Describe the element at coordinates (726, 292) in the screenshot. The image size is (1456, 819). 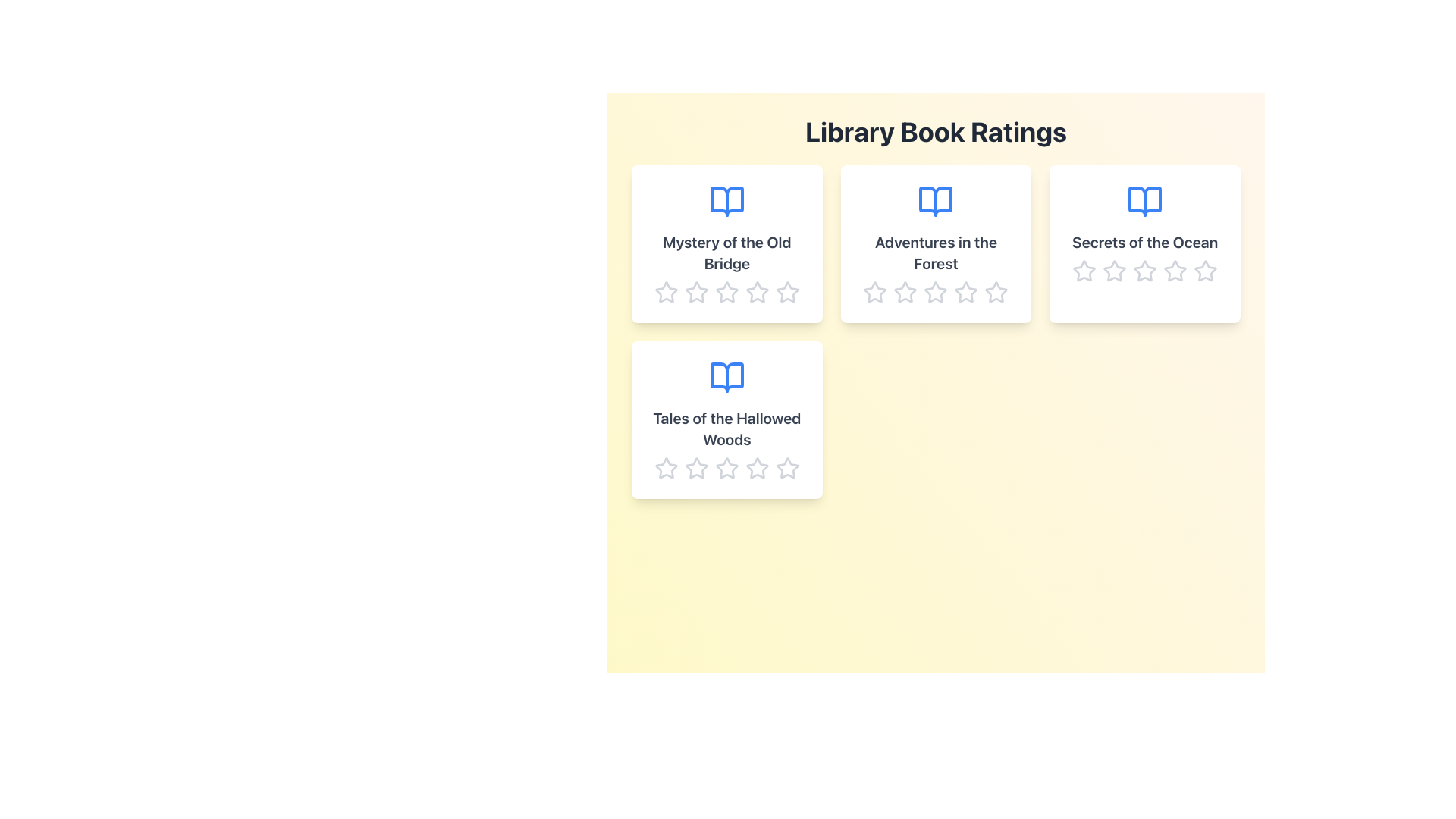
I see `the second star in the row of five rating stars for the book 'Mystery of the Old Bridge'` at that location.